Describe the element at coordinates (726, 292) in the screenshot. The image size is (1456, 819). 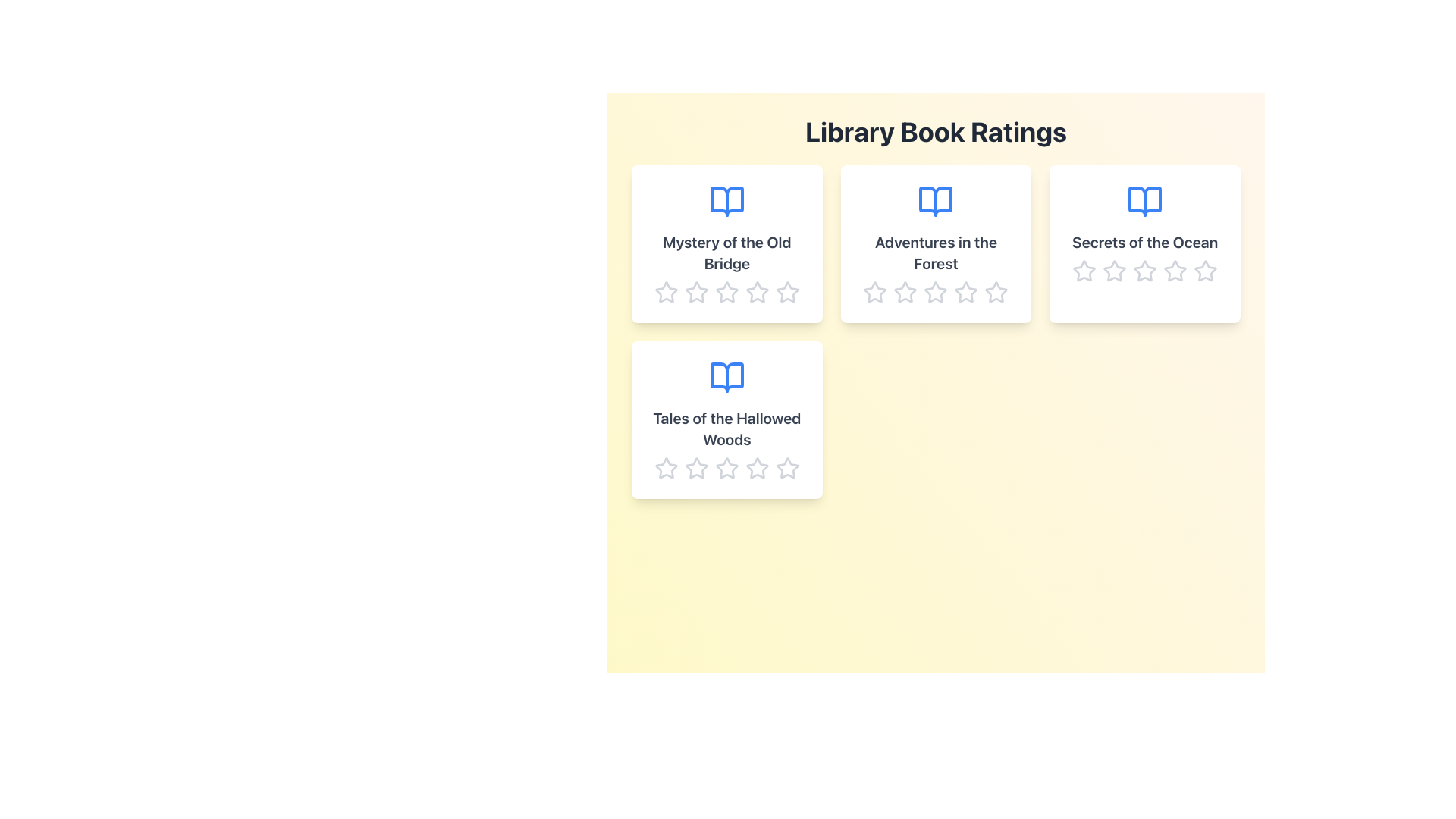
I see `the second star in the row of five rating stars for the book 'Mystery of the Old Bridge'` at that location.